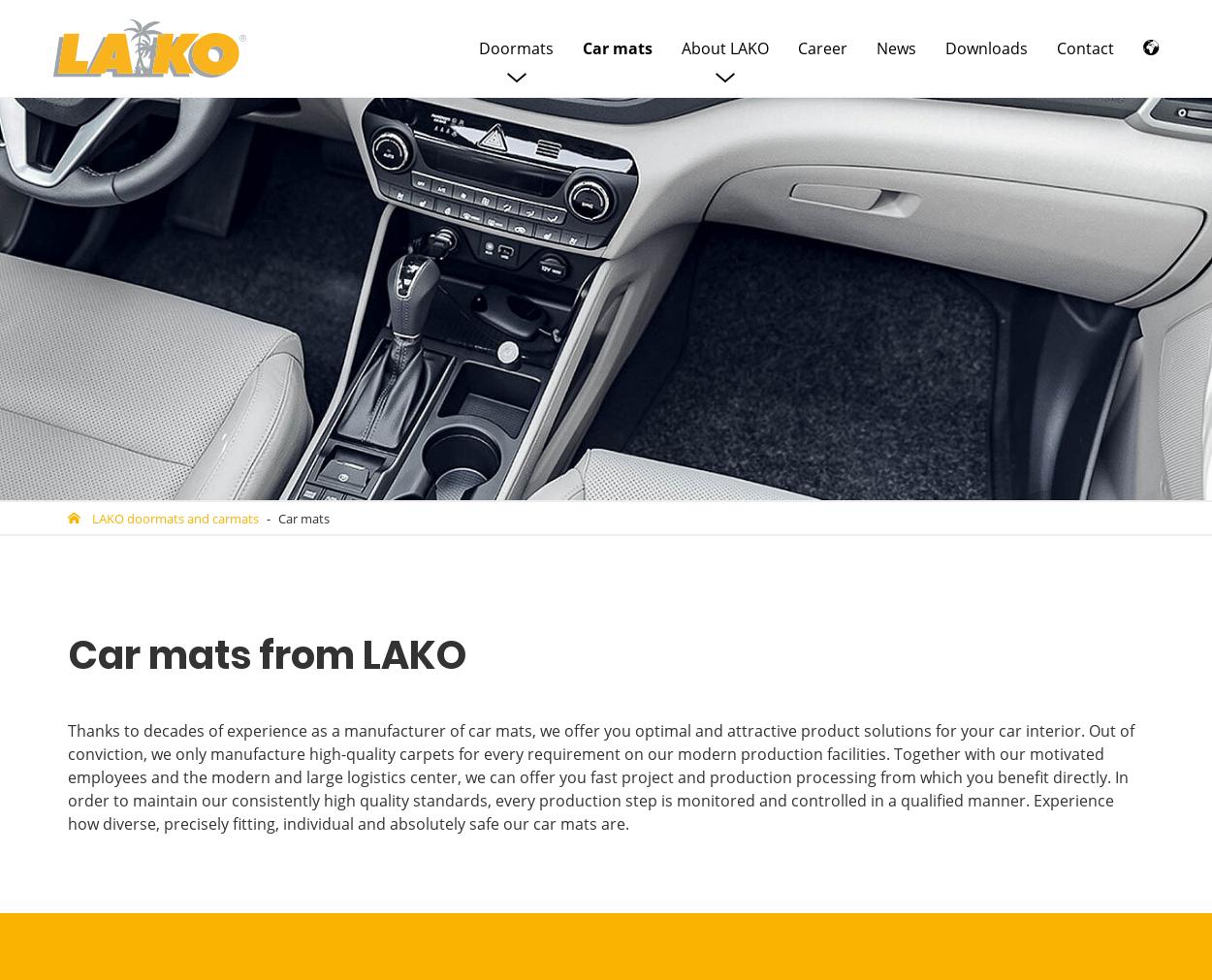 The width and height of the screenshot is (1212, 980). Describe the element at coordinates (821, 47) in the screenshot. I see `'Career'` at that location.